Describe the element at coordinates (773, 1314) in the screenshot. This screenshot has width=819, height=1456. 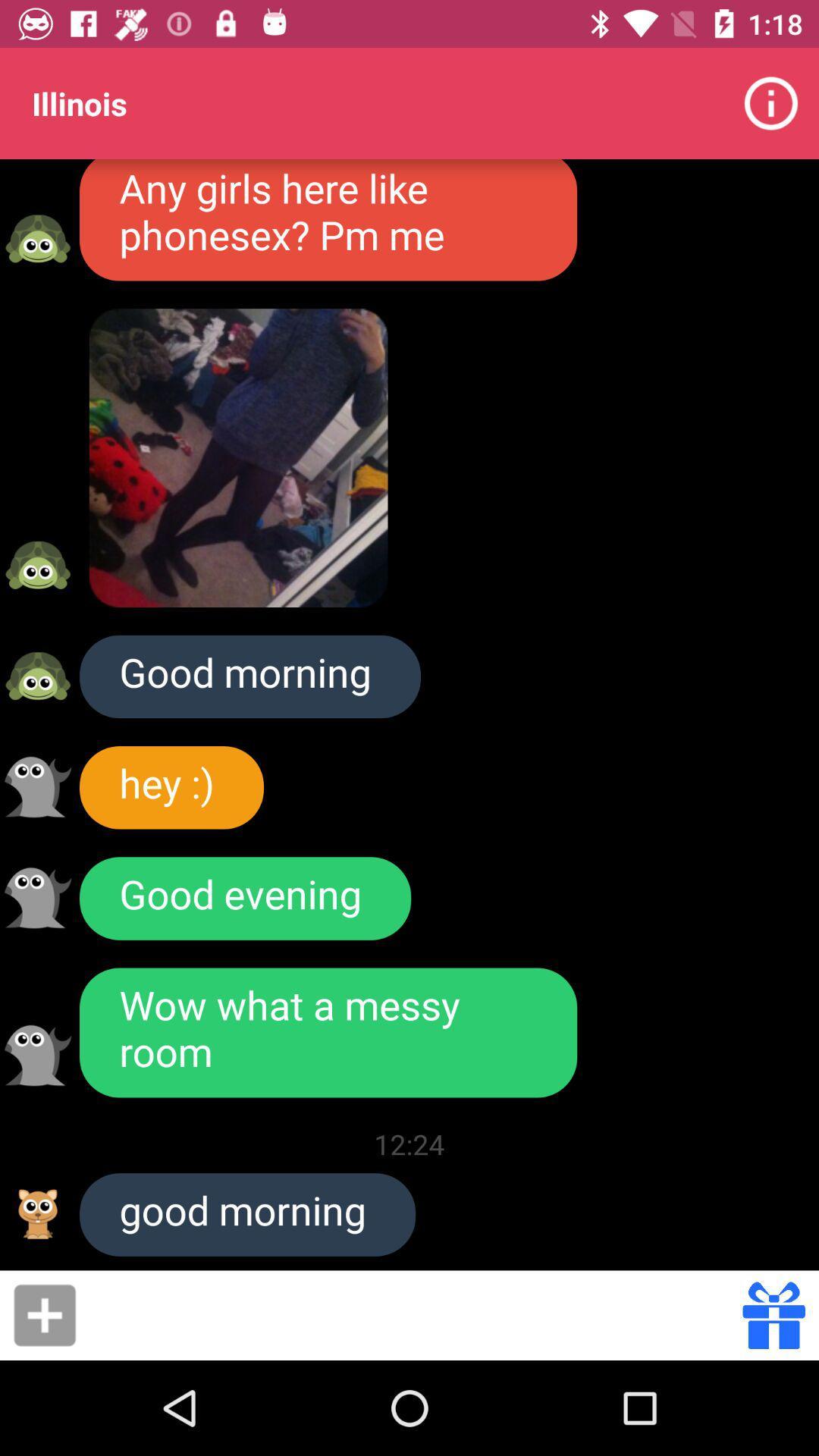
I see `the gift icon` at that location.